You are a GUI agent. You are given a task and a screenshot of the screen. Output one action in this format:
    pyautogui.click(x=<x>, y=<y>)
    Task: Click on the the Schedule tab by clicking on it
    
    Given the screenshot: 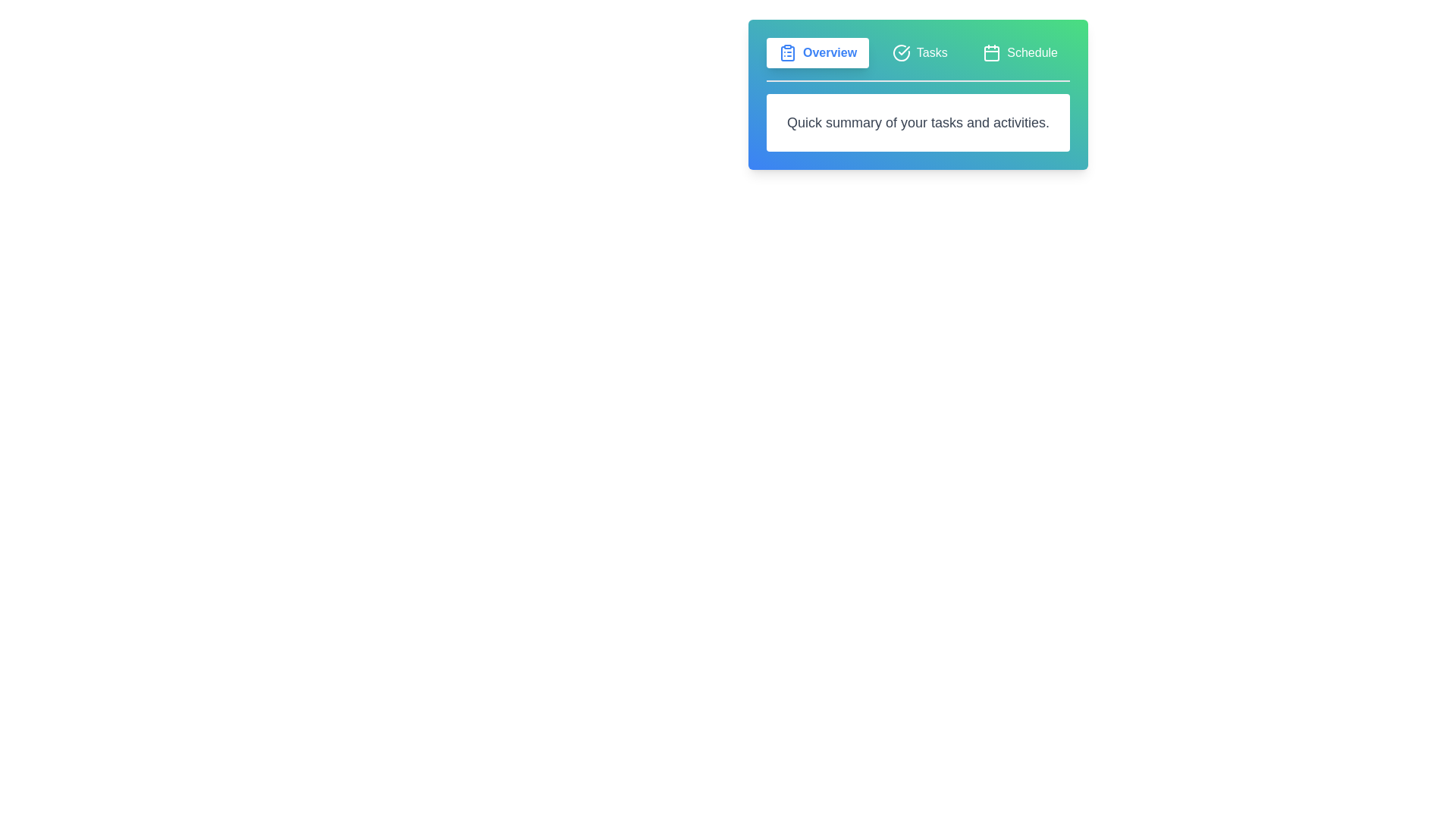 What is the action you would take?
    pyautogui.click(x=1020, y=52)
    